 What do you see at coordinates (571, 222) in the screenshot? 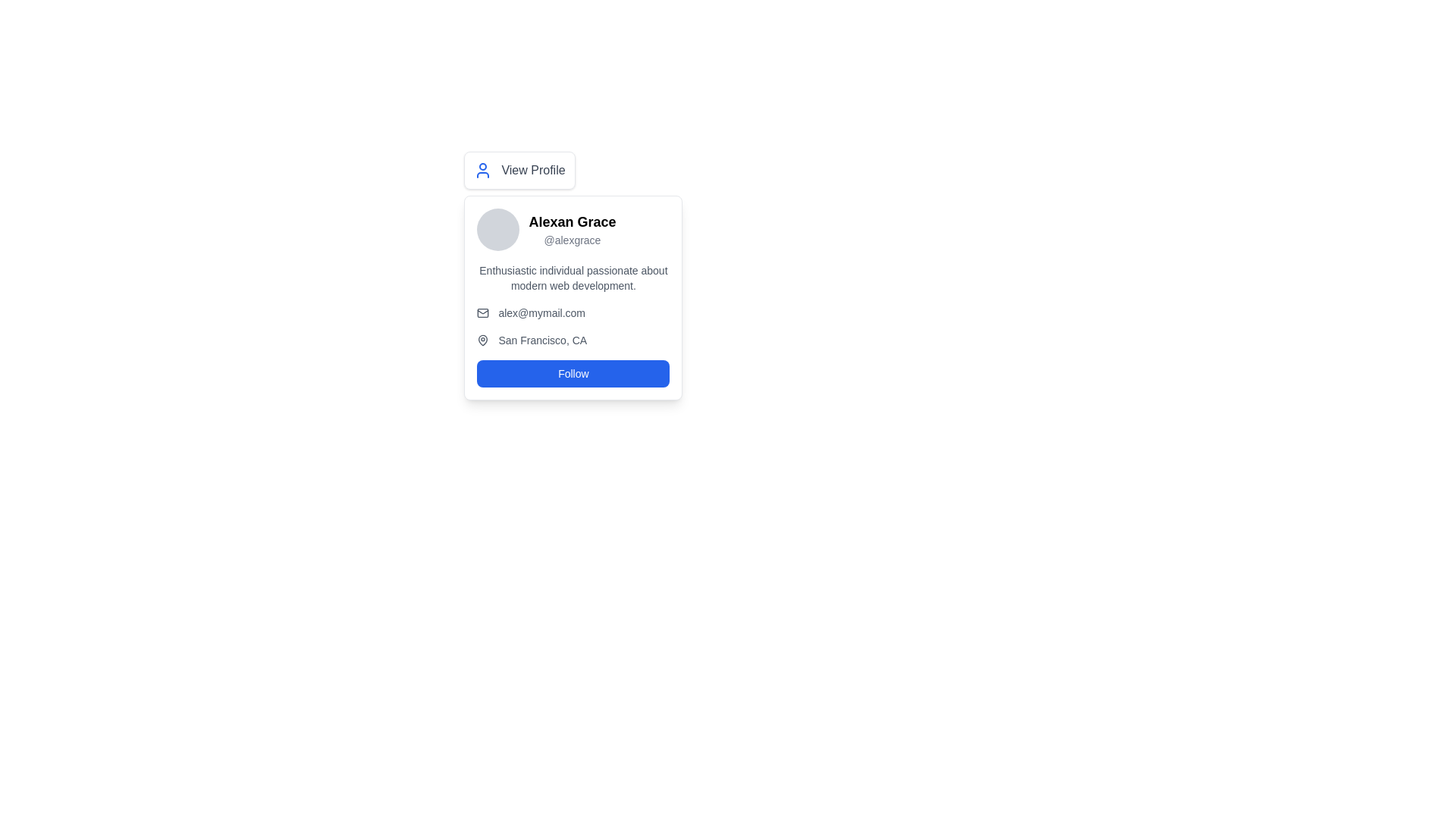
I see `and understand the displayed name 'Alexan Grace' from the bold text label located at the top of the profile card, which is centered between the circular avatar and the card's edge` at bounding box center [571, 222].